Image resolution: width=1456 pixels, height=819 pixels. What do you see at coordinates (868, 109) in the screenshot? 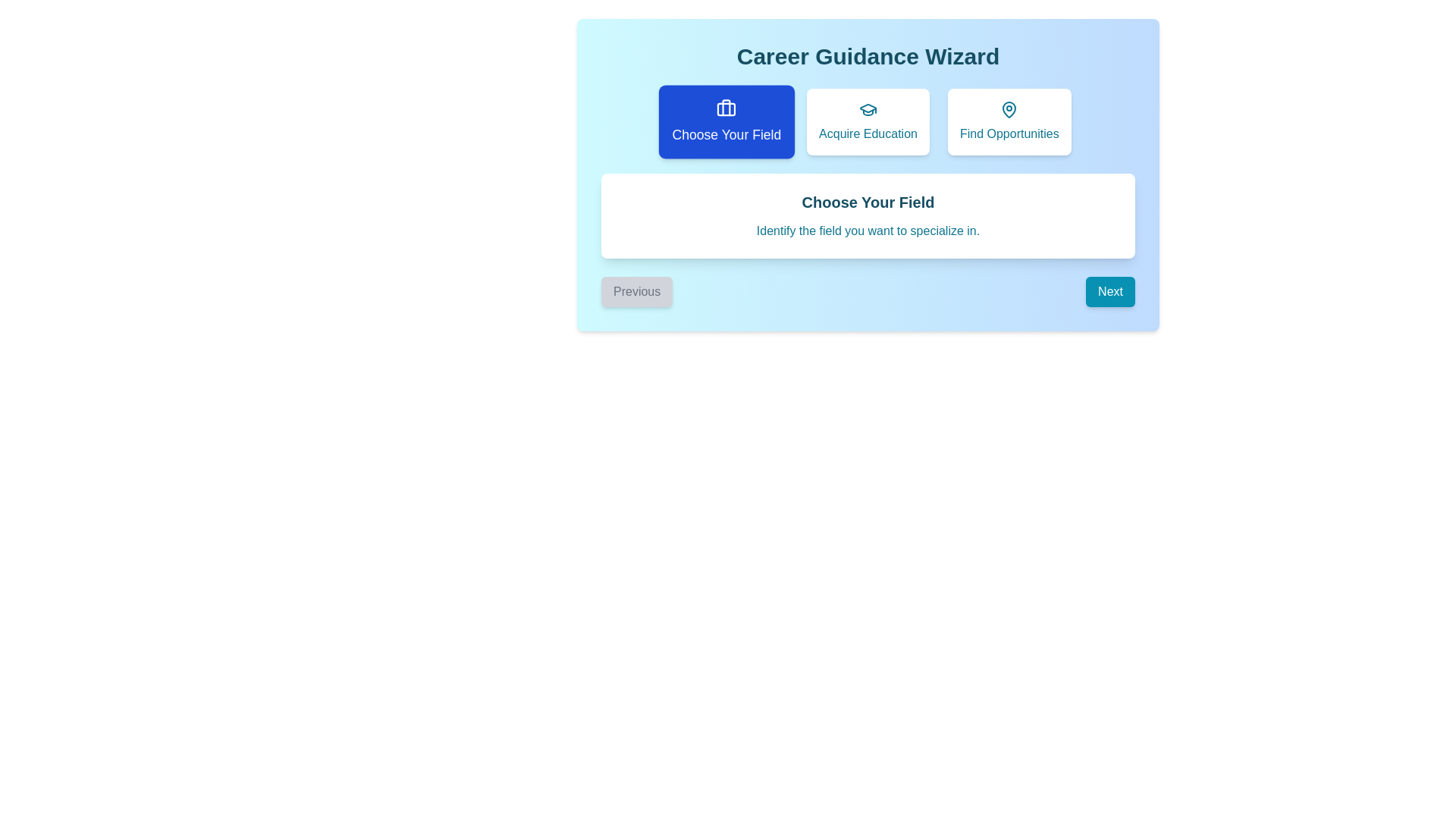
I see `the graduation cap icon, which is outlined in cyan and located above the 'Acquire Education' text within the 'Acquire Education' button` at bounding box center [868, 109].